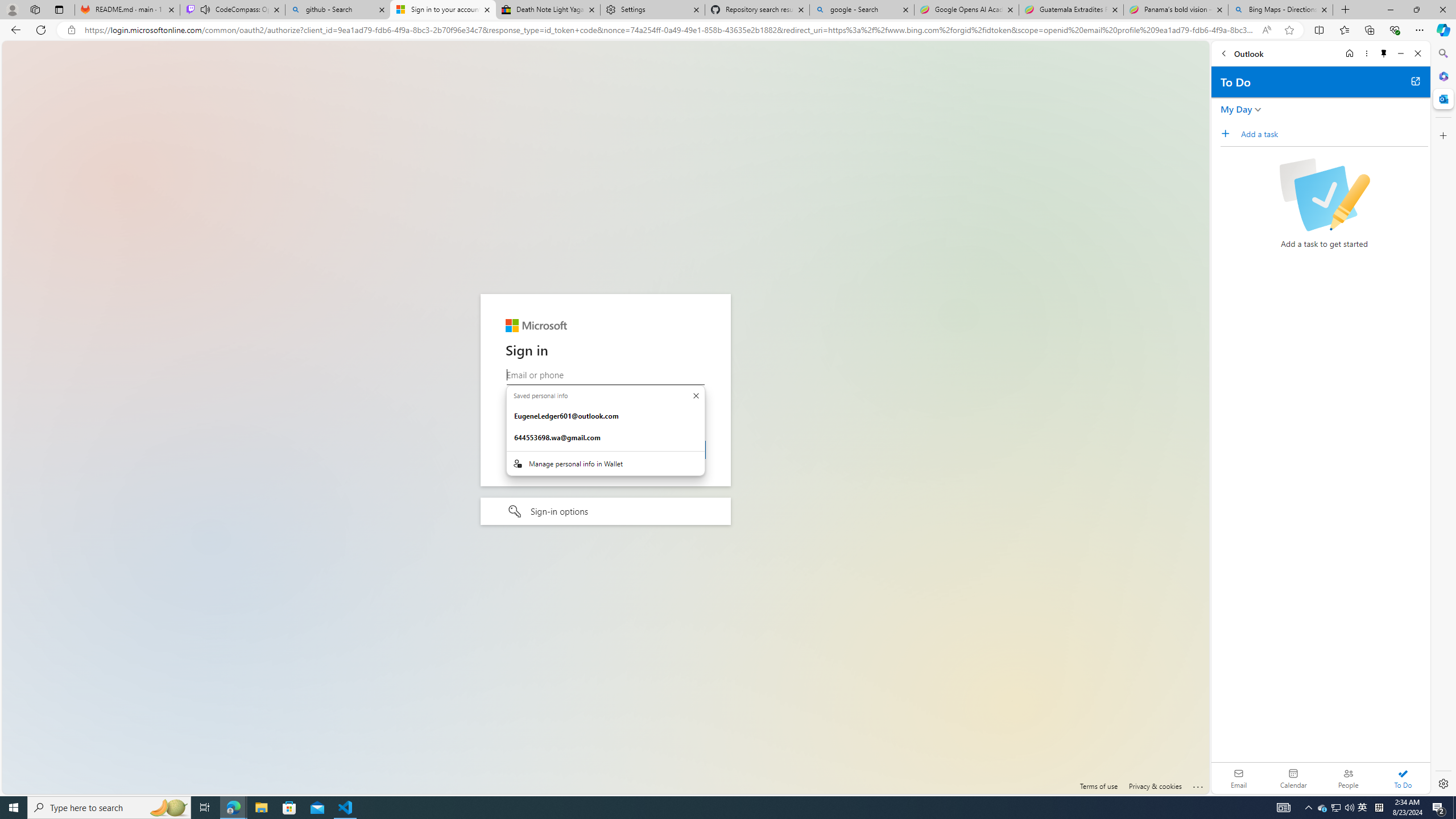 This screenshot has height=819, width=1456. What do you see at coordinates (1293, 777) in the screenshot?
I see `'Calendar. Date today is 22'` at bounding box center [1293, 777].